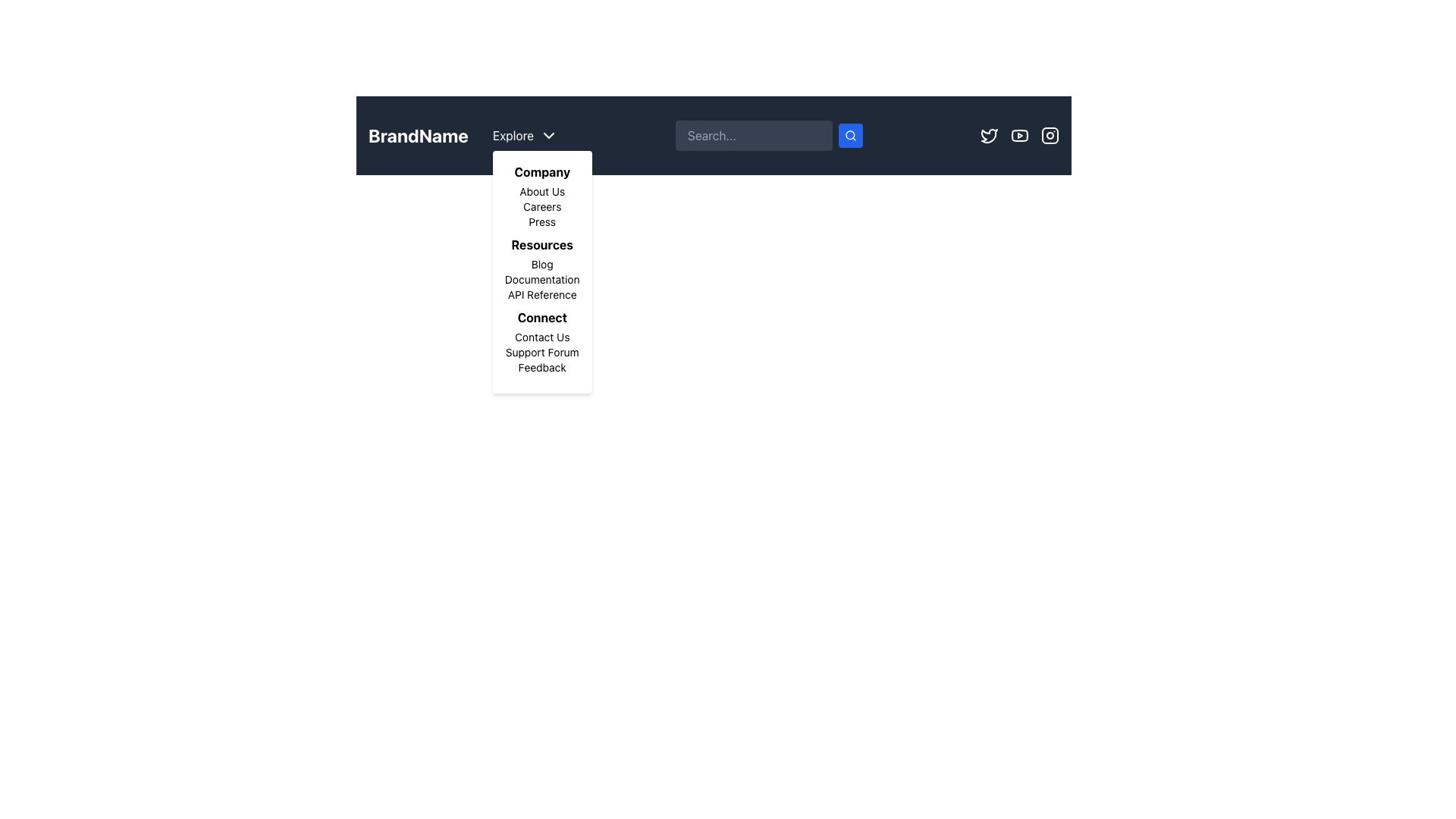 The width and height of the screenshot is (1456, 819). What do you see at coordinates (542, 295) in the screenshot?
I see `the 'API Reference' text link located in the dropdown menu under the 'Resources' section` at bounding box center [542, 295].